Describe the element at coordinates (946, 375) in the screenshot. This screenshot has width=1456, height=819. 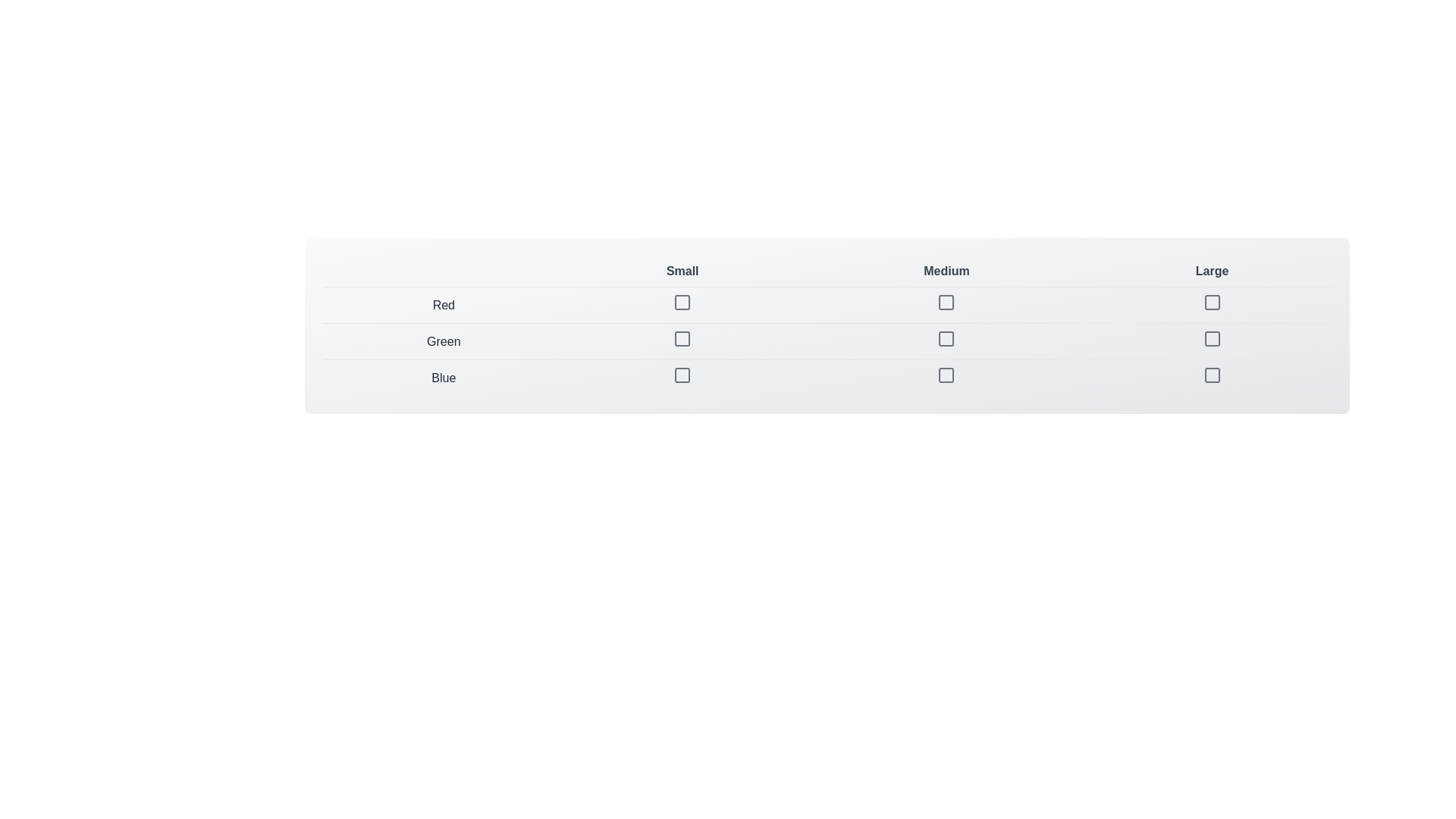
I see `the checkbox in the medium category for the Blue row` at that location.